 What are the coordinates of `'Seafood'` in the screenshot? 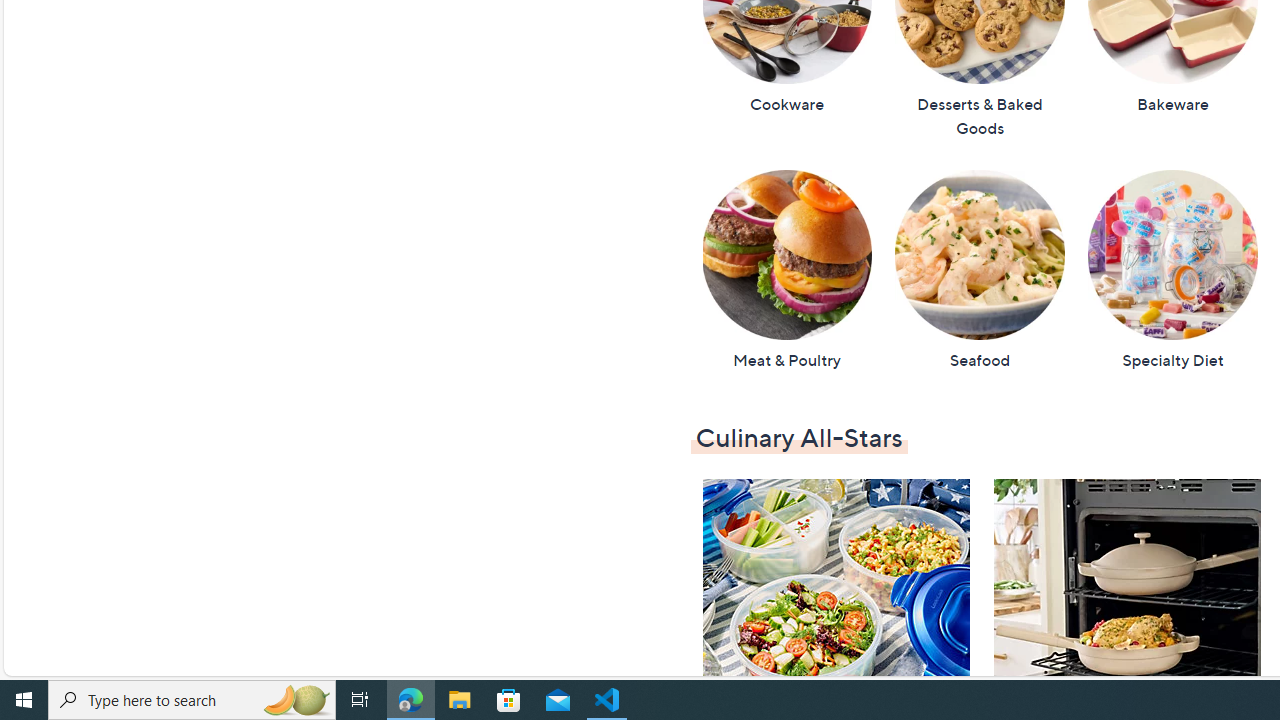 It's located at (979, 270).